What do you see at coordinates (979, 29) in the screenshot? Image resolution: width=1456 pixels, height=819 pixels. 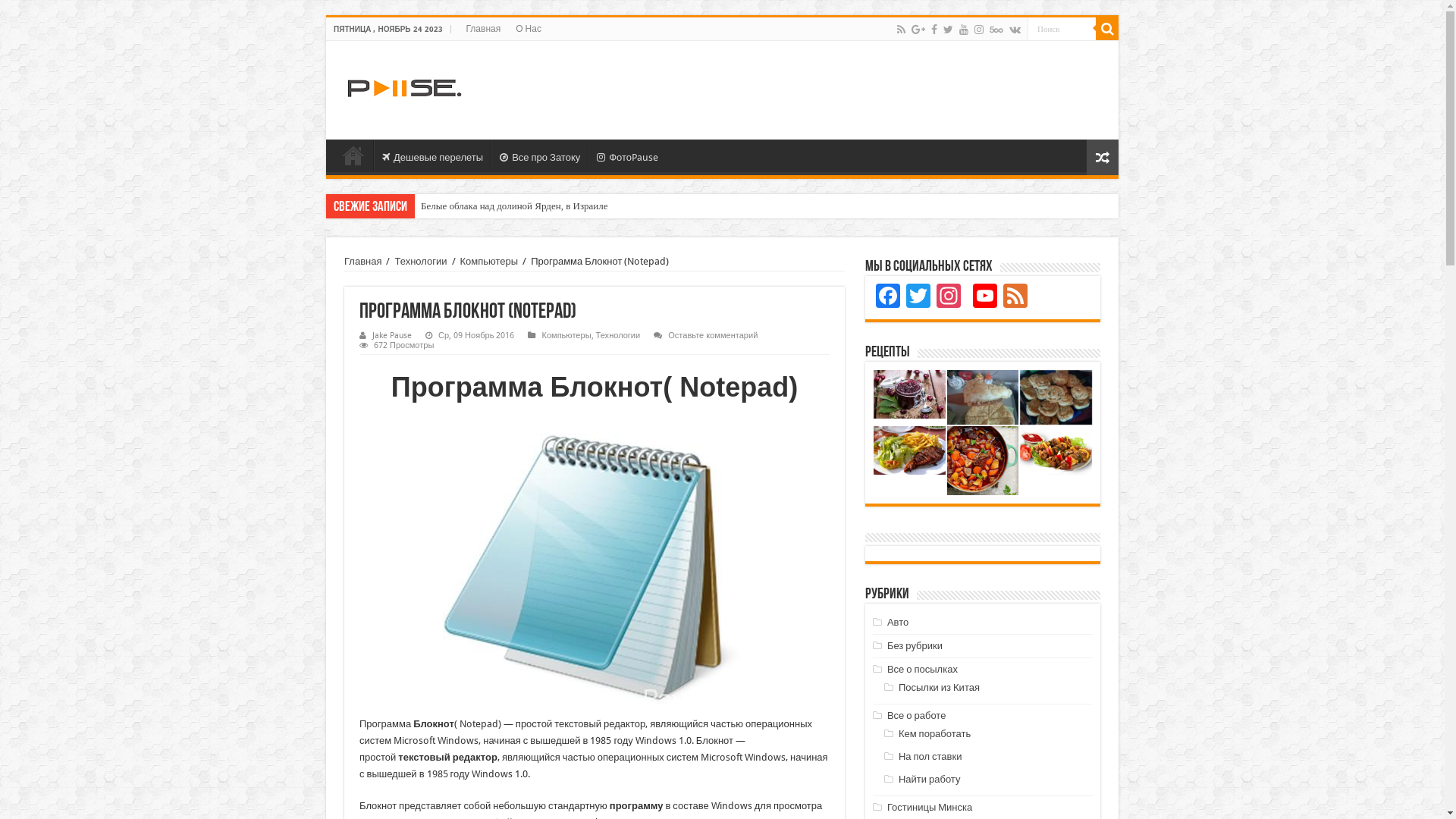 I see `'instagram'` at bounding box center [979, 29].